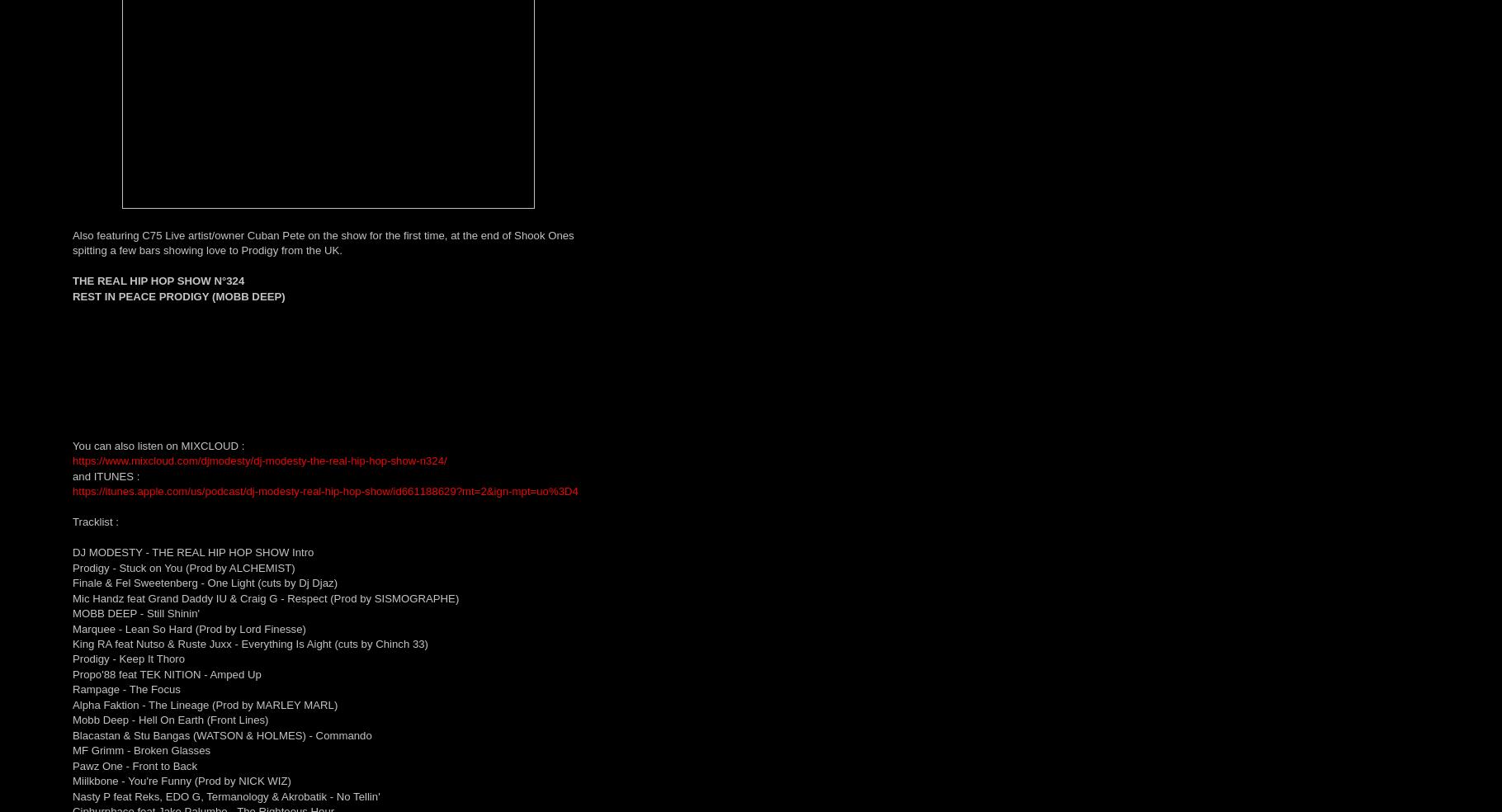  I want to click on 'Also featuring C75 Live artist/owner Cuban Pete on the show for the first time, at the end of Shook Ones spitting a few bars showing love to Prodigy from the UK.', so click(323, 242).